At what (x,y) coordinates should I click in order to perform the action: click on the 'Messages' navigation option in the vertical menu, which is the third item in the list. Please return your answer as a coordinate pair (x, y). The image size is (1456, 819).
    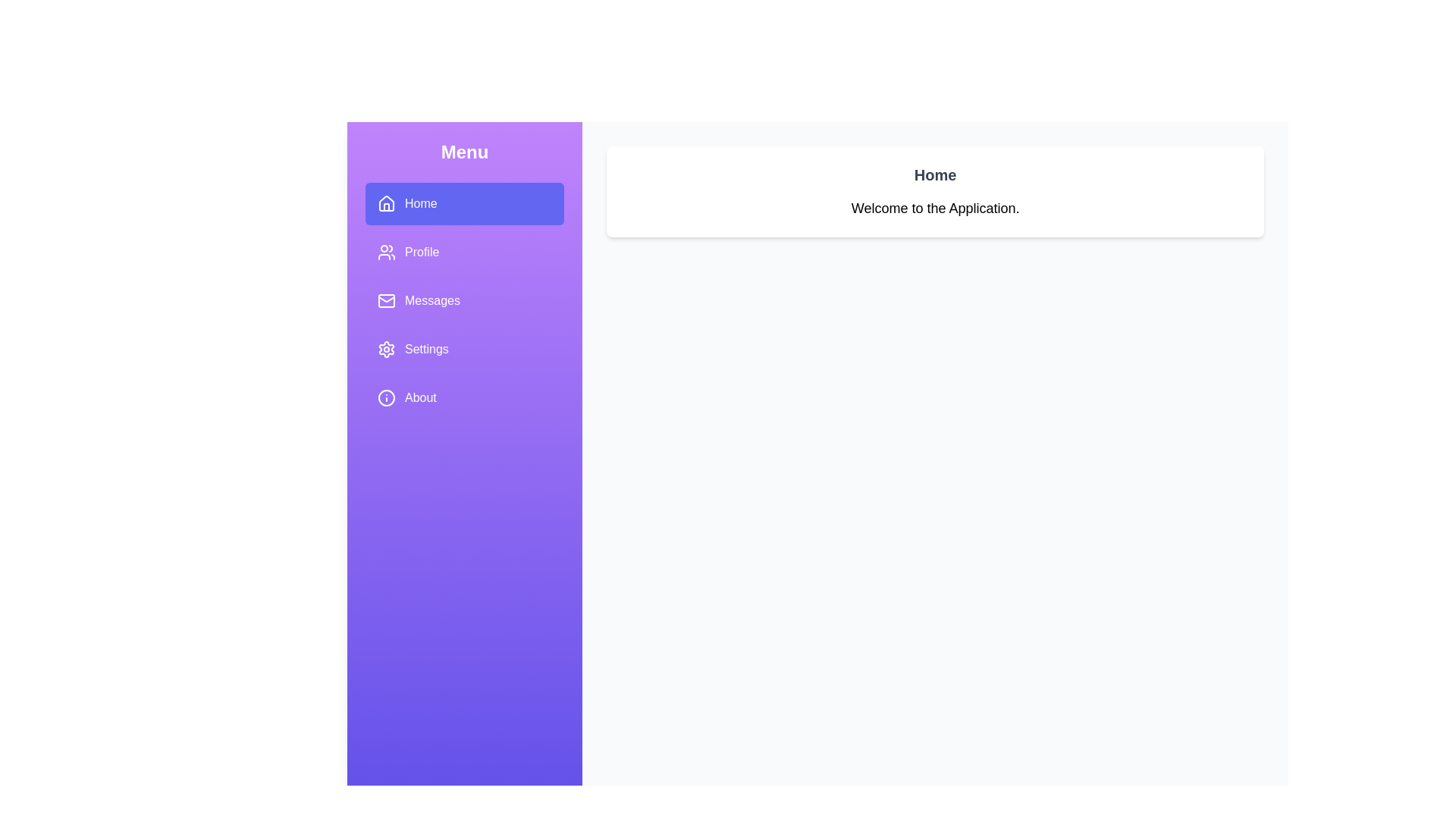
    Looking at the image, I should click on (431, 301).